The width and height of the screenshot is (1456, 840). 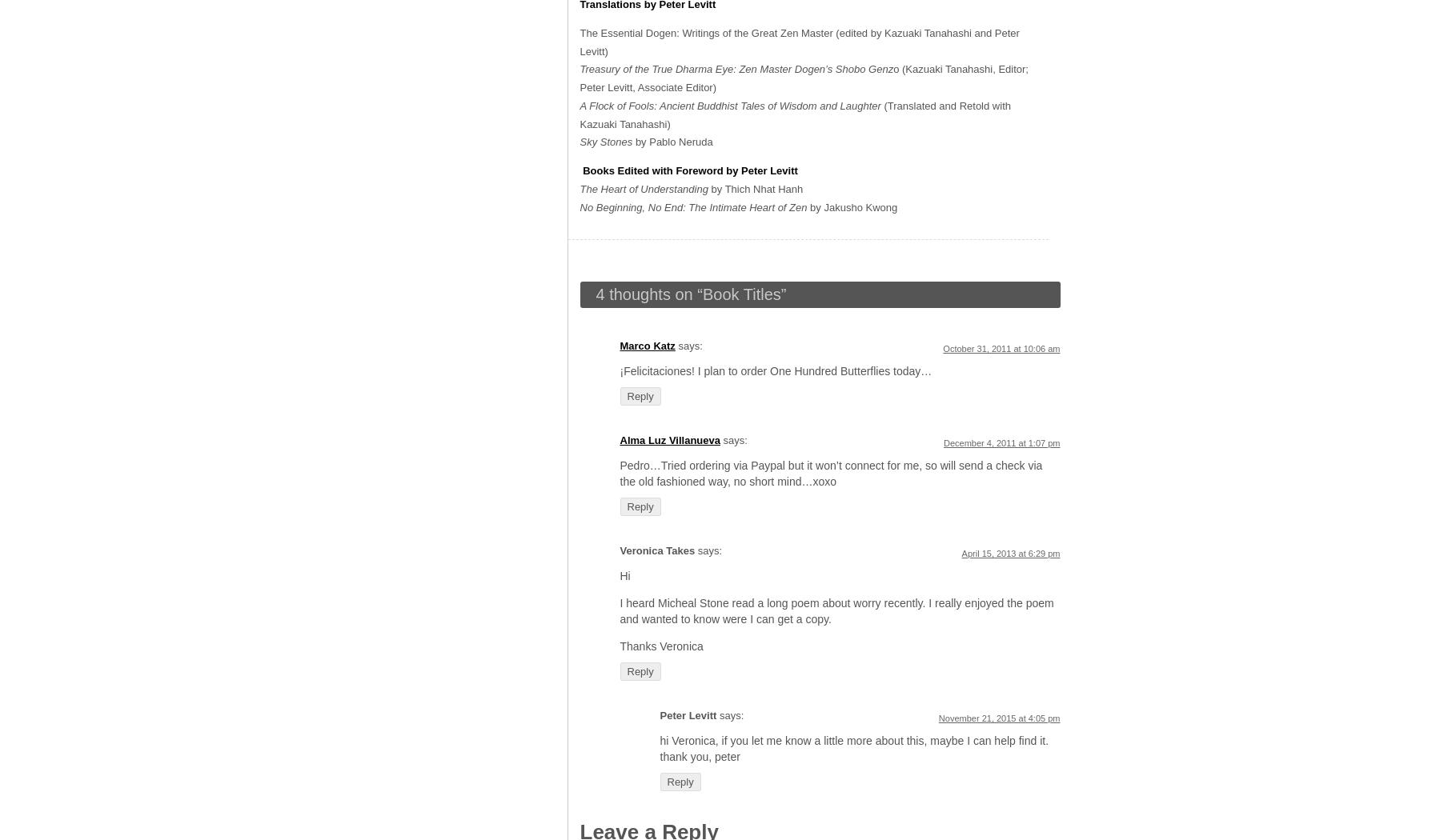 What do you see at coordinates (798, 40) in the screenshot?
I see `'The Essential Dogen: Writings of the Great Zen Master (edited by Kazuaki Tanahashi and Peter Levitt)'` at bounding box center [798, 40].